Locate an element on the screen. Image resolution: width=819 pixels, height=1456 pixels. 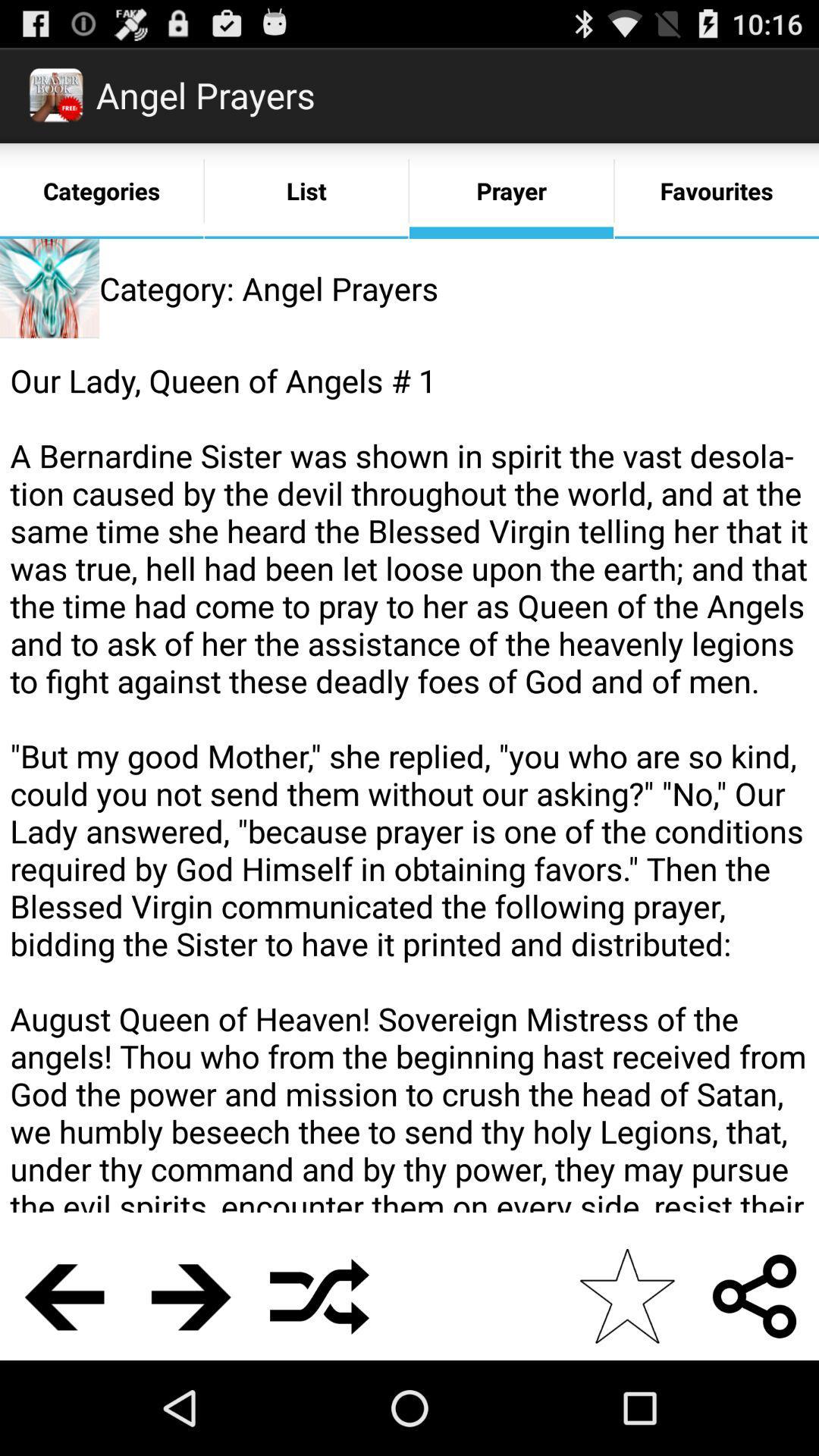
the previous content page is located at coordinates (63, 1295).